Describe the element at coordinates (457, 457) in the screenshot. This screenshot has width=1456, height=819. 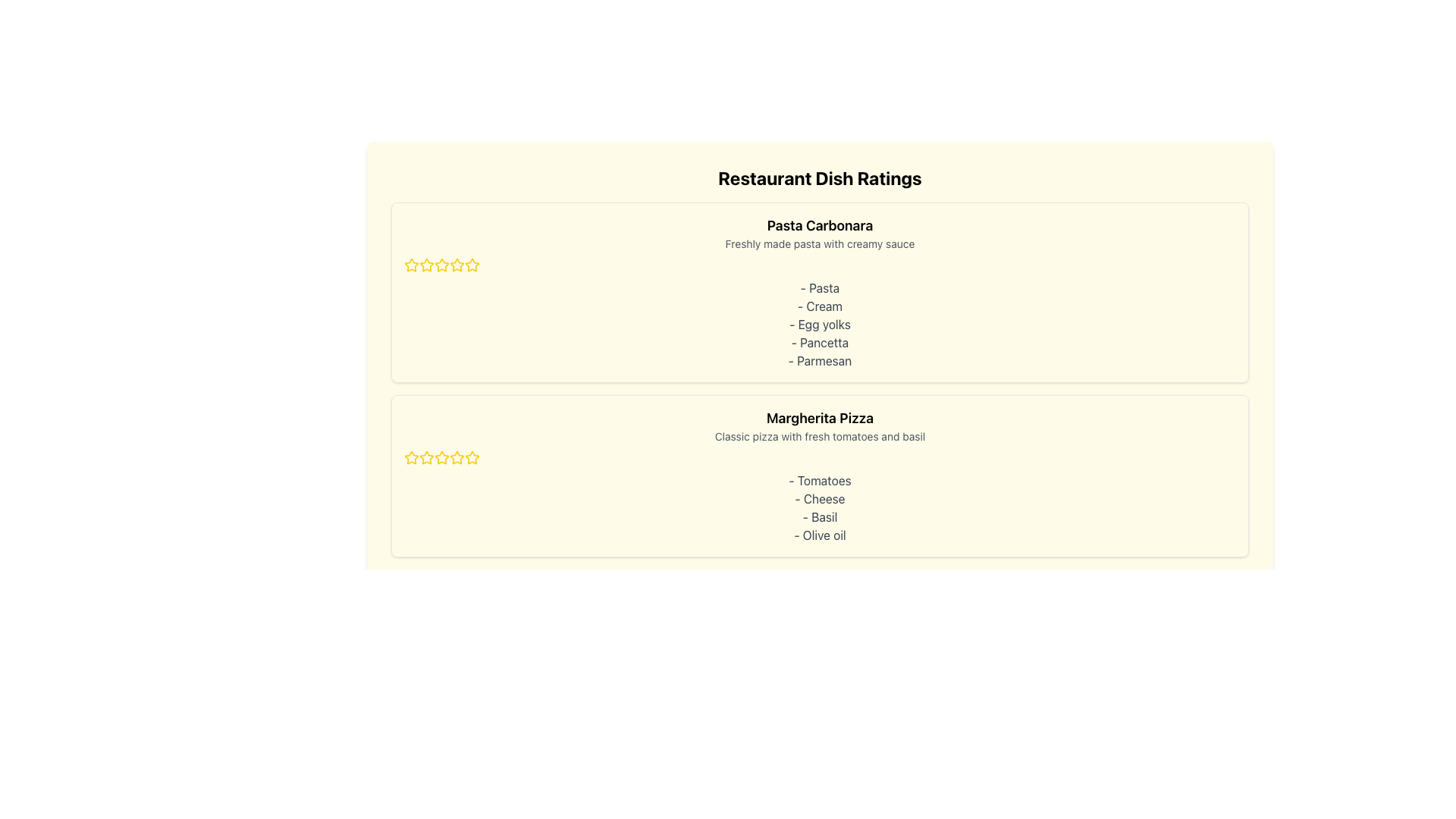
I see `the second yellow star icon in the rating component beneath the 'Margherita Pizza' section` at that location.